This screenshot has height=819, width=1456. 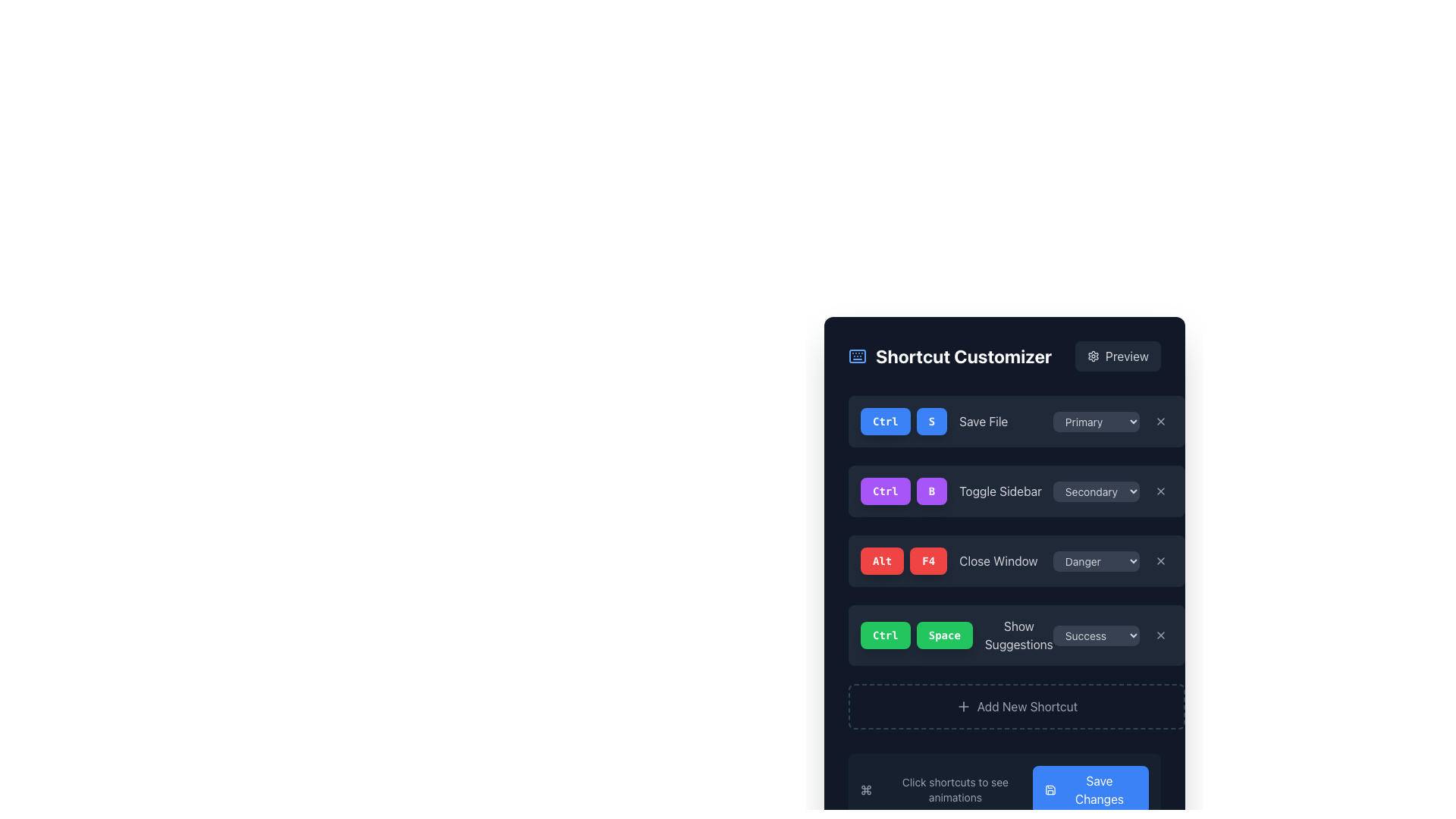 What do you see at coordinates (1159, 421) in the screenshot?
I see `the delete button located at the rightmost end of the row labeled 'Primary' in the 'Shortcut Customizer' panel` at bounding box center [1159, 421].